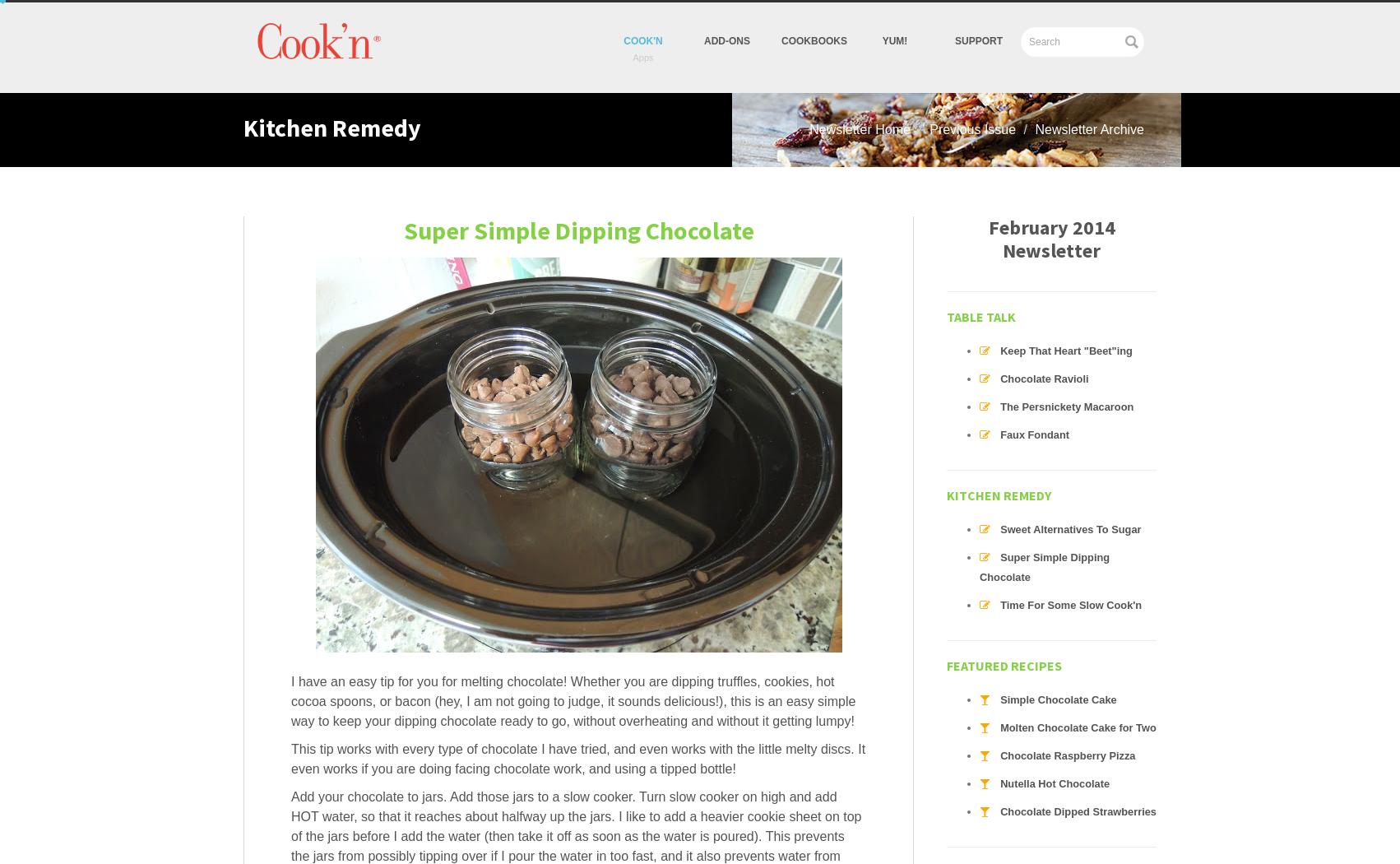 The width and height of the screenshot is (1400, 864). Describe the element at coordinates (1044, 379) in the screenshot. I see `'Chocolate Ravioli'` at that location.